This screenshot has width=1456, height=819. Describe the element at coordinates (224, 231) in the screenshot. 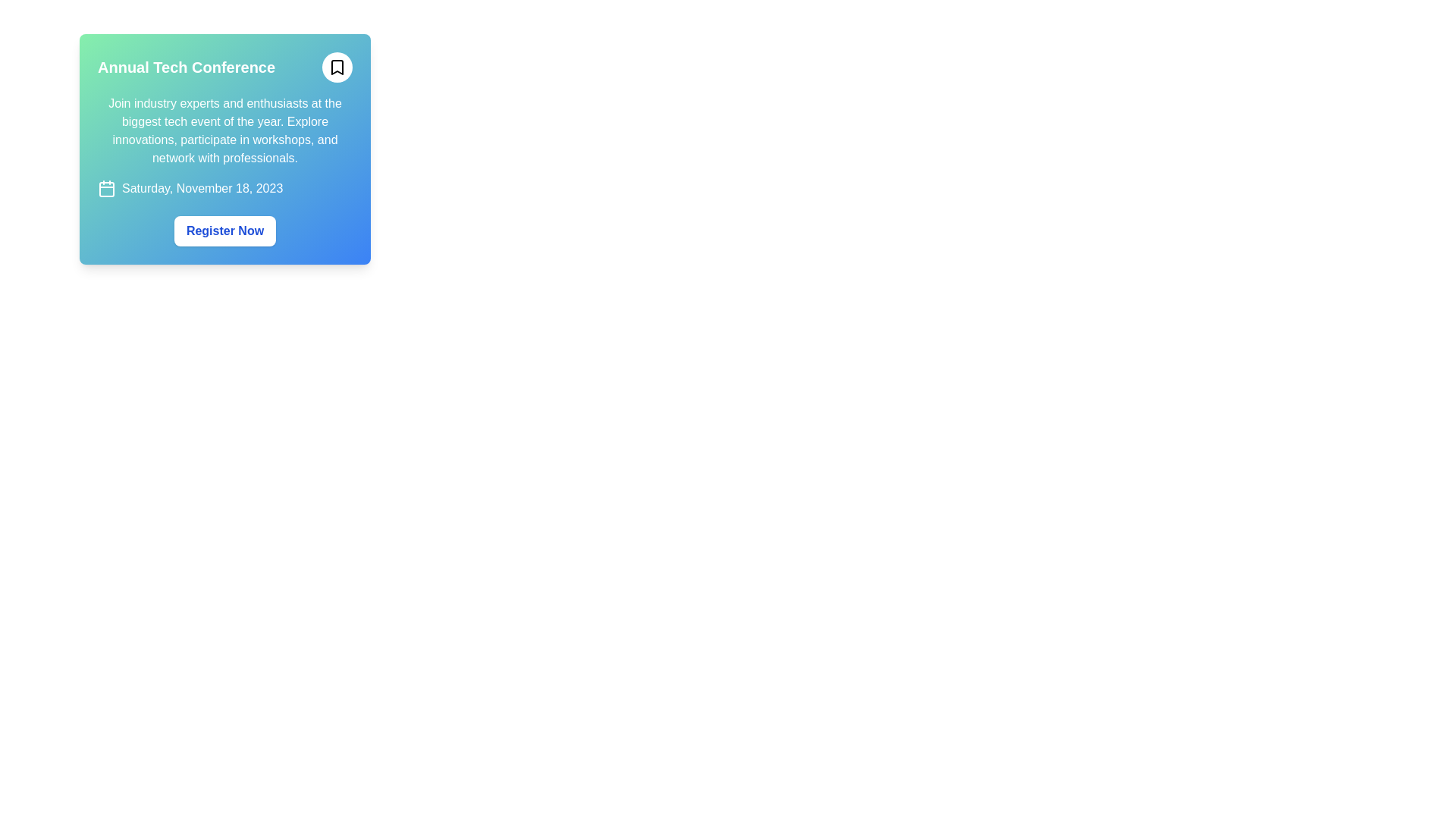

I see `the button for the 'Annual Tech Conference'` at that location.